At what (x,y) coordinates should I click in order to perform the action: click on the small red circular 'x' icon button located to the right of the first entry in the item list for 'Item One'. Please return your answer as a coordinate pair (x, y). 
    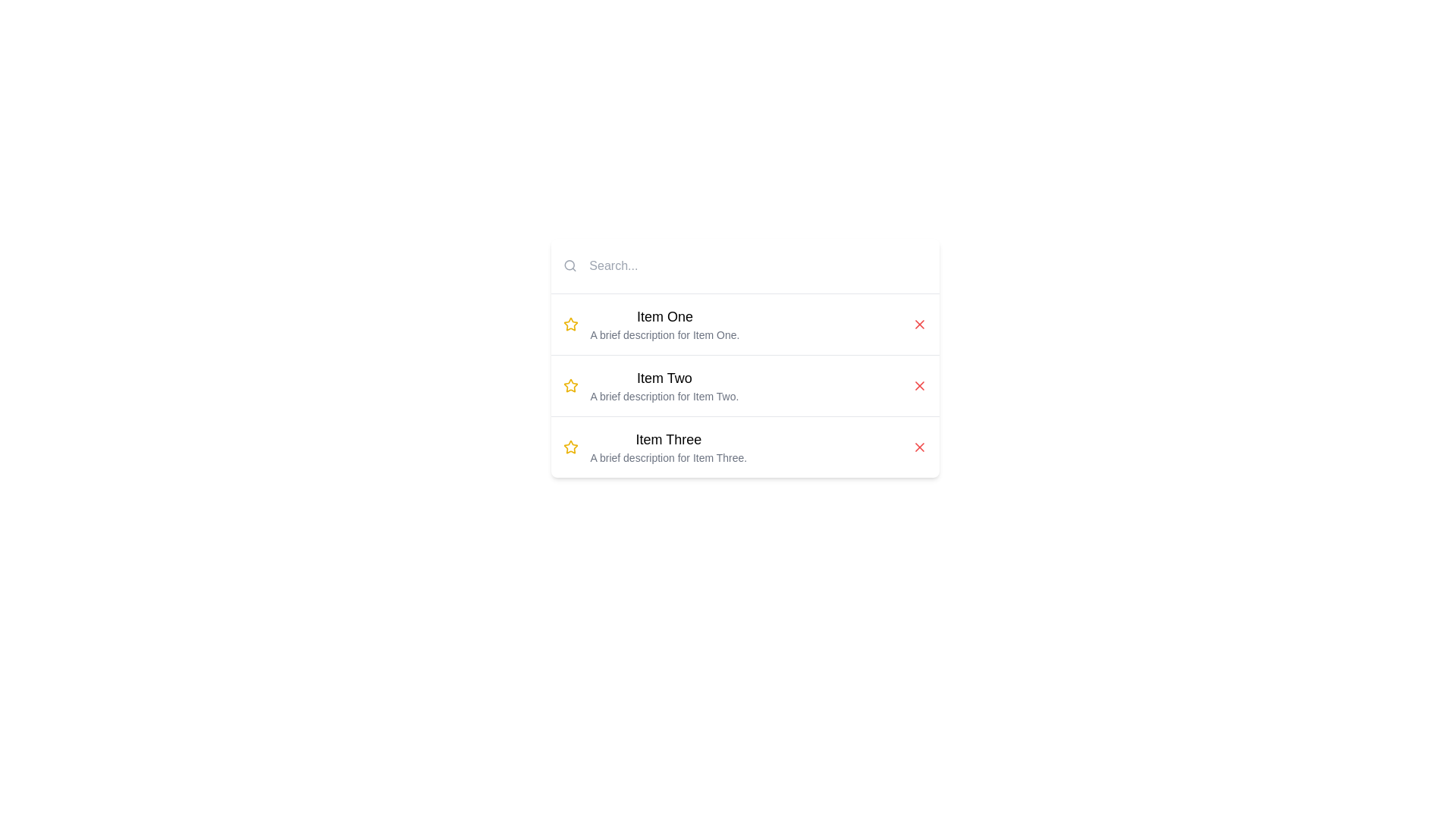
    Looking at the image, I should click on (918, 324).